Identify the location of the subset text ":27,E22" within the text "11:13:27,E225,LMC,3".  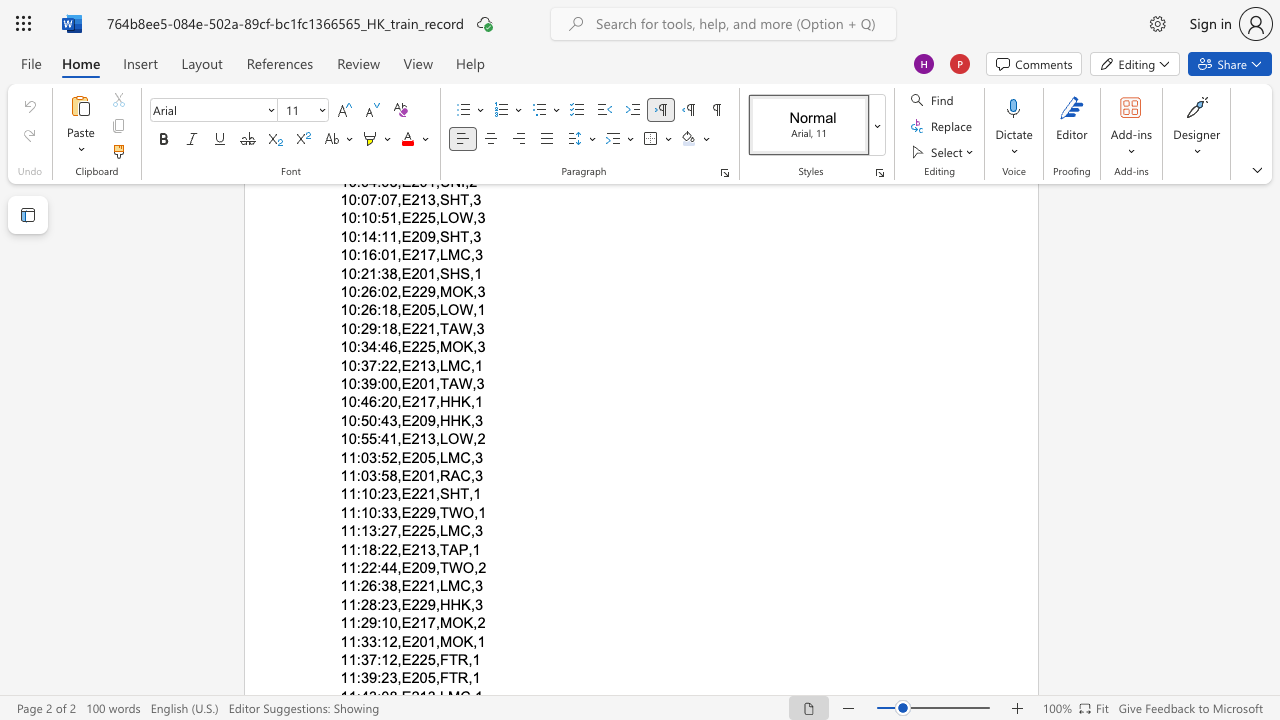
(377, 530).